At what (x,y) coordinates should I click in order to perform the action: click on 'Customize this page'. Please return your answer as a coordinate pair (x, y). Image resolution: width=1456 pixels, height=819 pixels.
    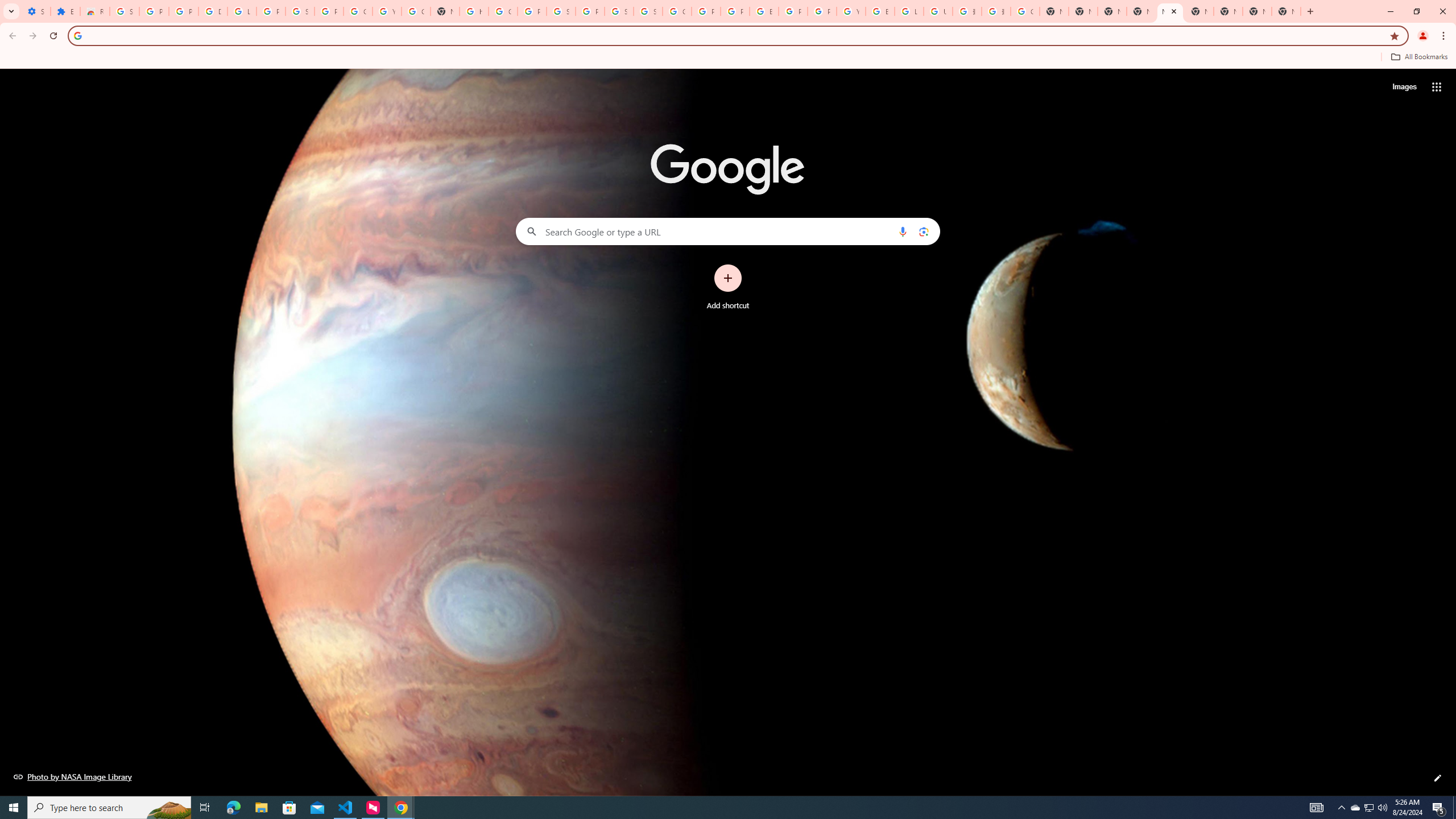
    Looking at the image, I should click on (1437, 777).